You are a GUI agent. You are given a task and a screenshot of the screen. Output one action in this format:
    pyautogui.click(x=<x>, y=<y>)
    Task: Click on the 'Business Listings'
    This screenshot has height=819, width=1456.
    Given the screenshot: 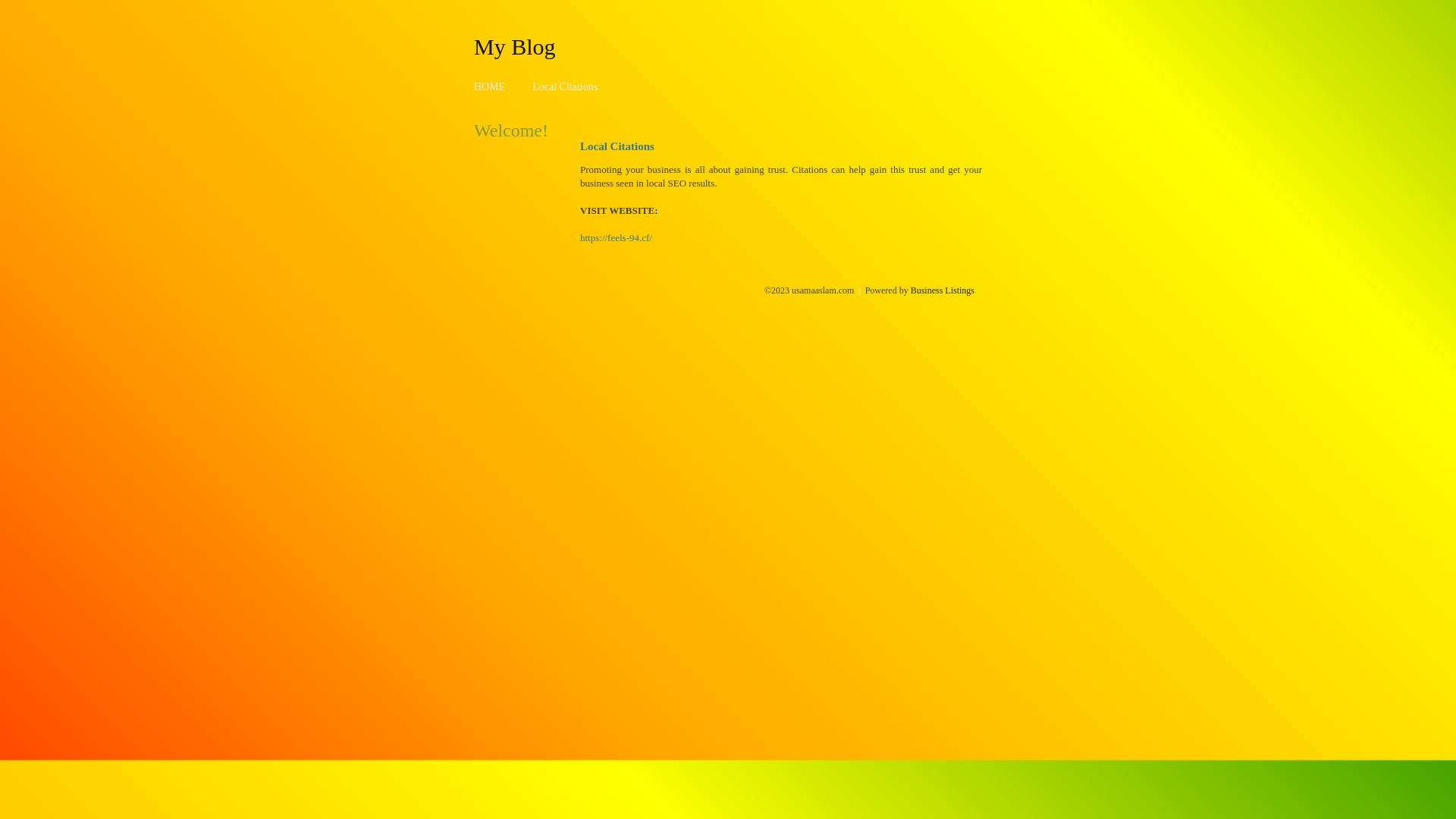 What is the action you would take?
    pyautogui.click(x=942, y=290)
    